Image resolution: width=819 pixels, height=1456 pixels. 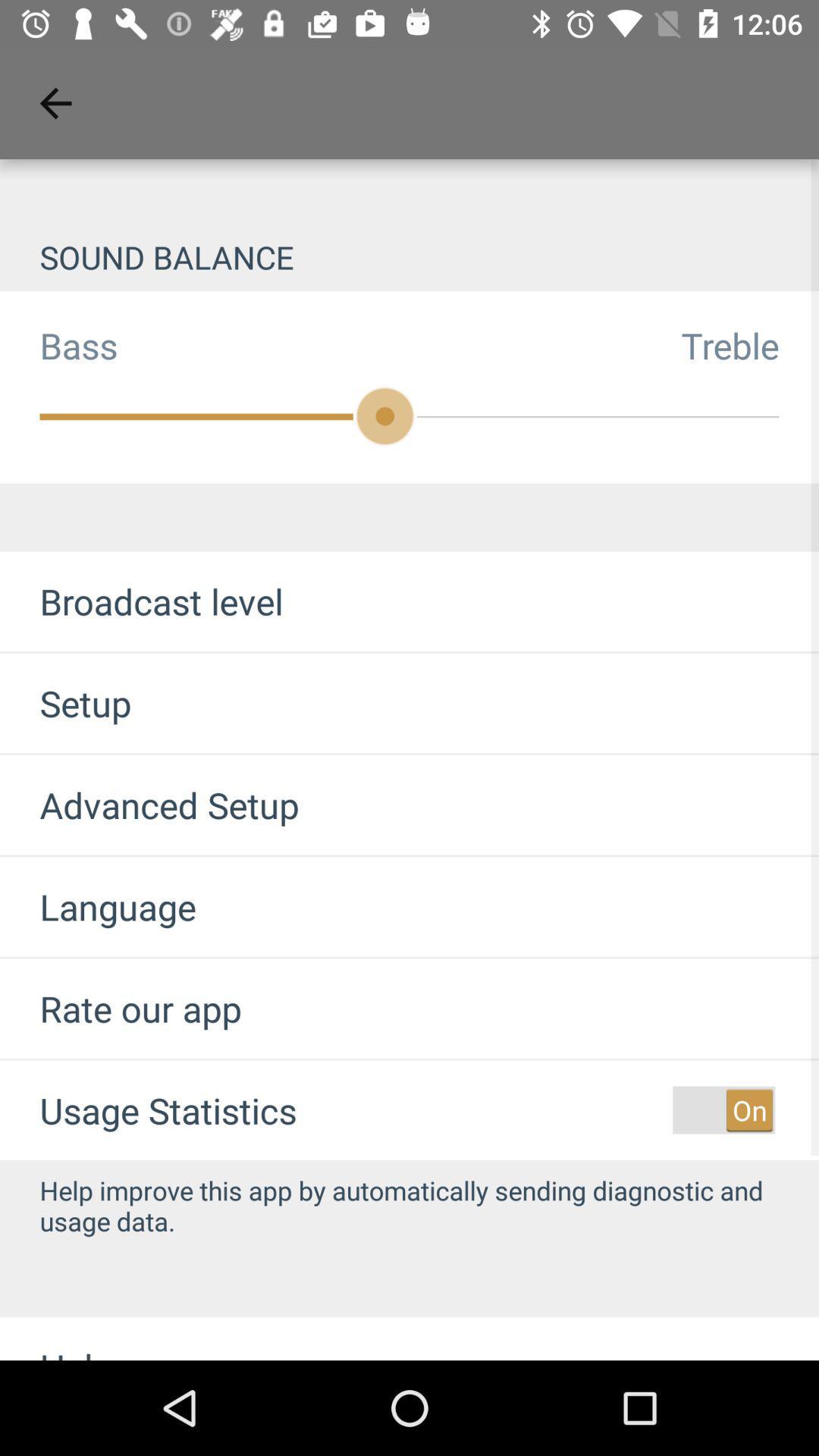 What do you see at coordinates (58, 344) in the screenshot?
I see `the icon to the left of the treble icon` at bounding box center [58, 344].